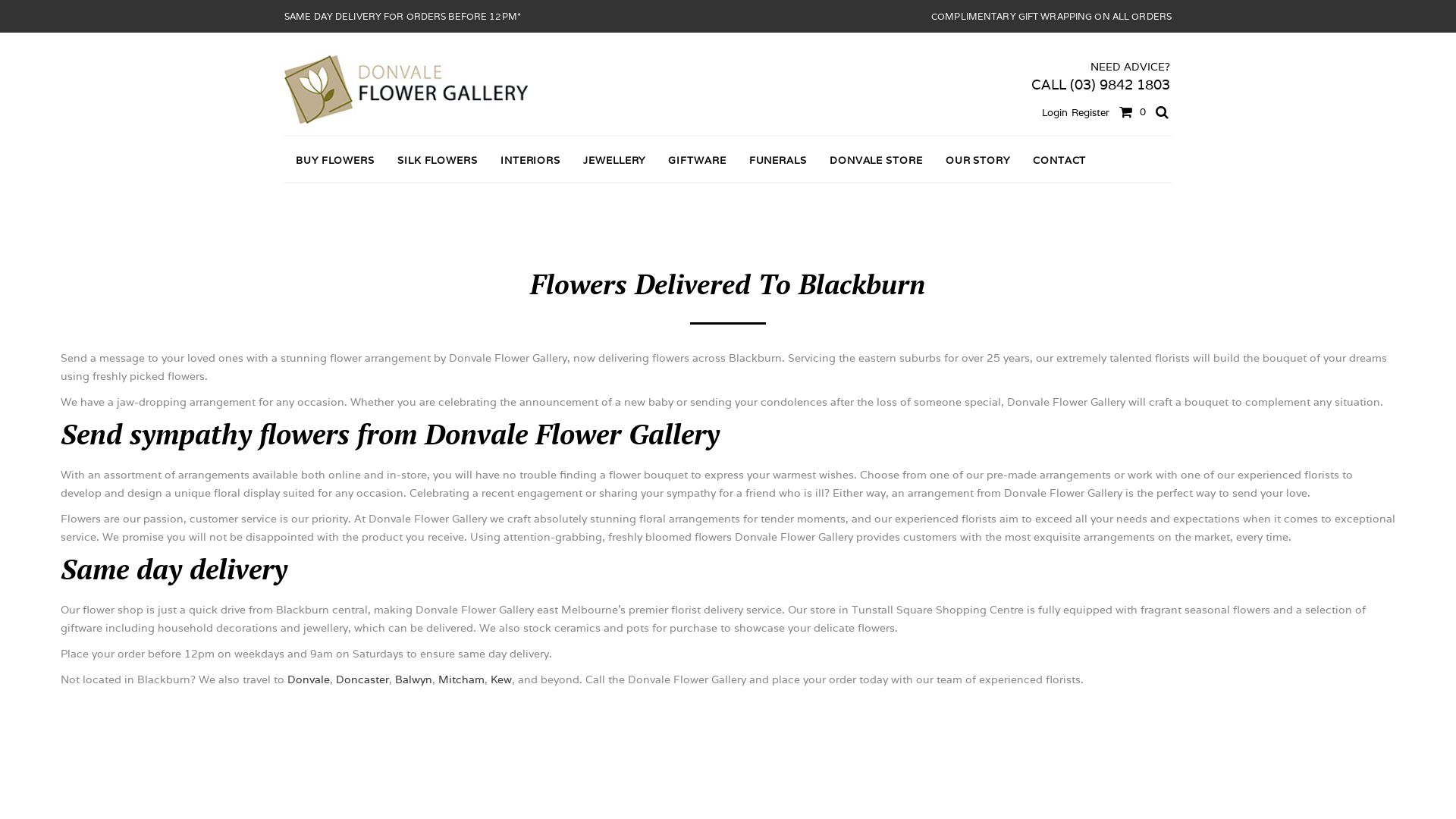  What do you see at coordinates (778, 160) in the screenshot?
I see `'FUNERALS'` at bounding box center [778, 160].